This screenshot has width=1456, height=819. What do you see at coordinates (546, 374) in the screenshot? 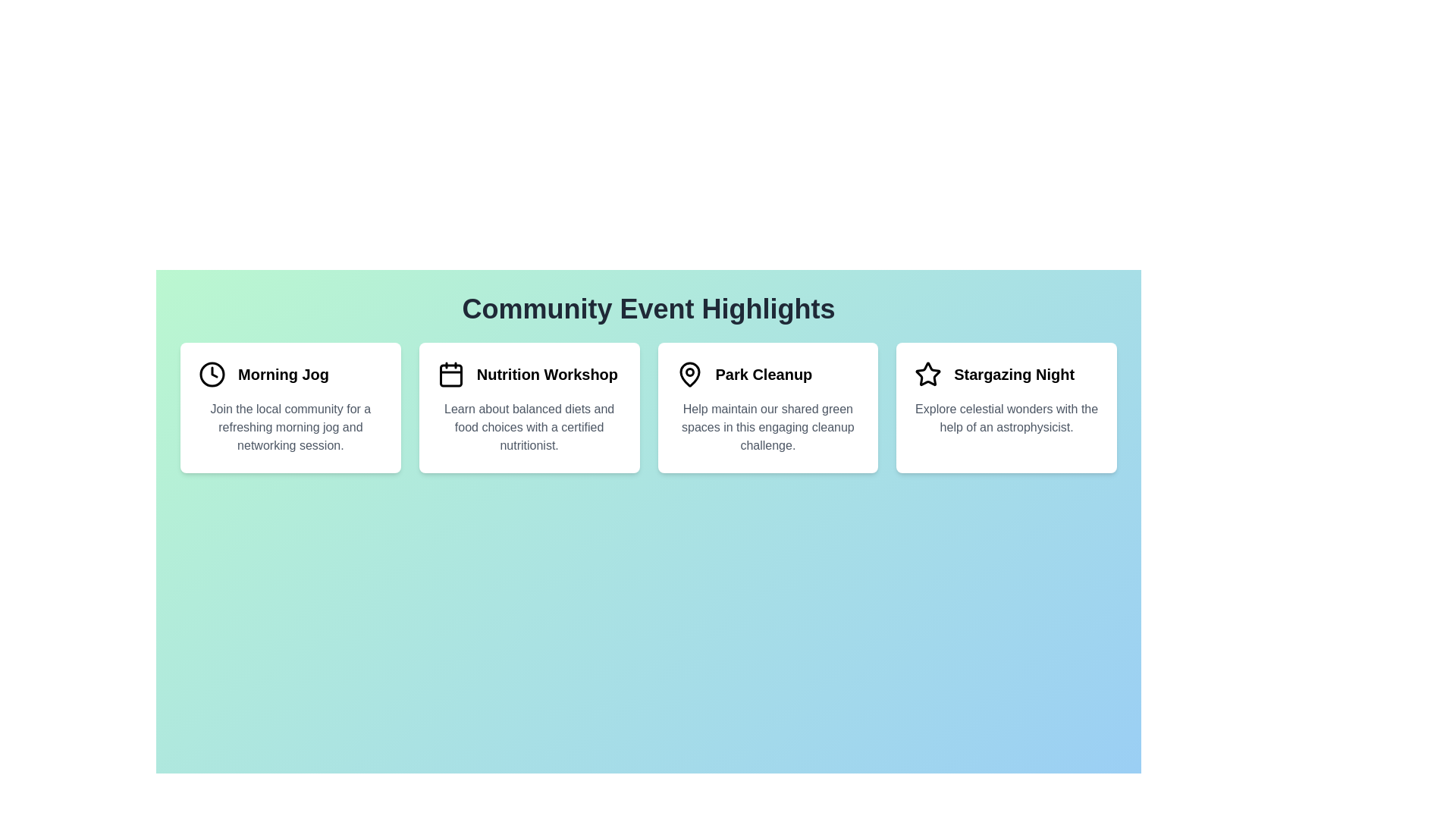
I see `text label 'Nutrition Workshop', which is styled in bold black font and serves as the title for the section, positioned in the second column of a 4-column layout` at bounding box center [546, 374].